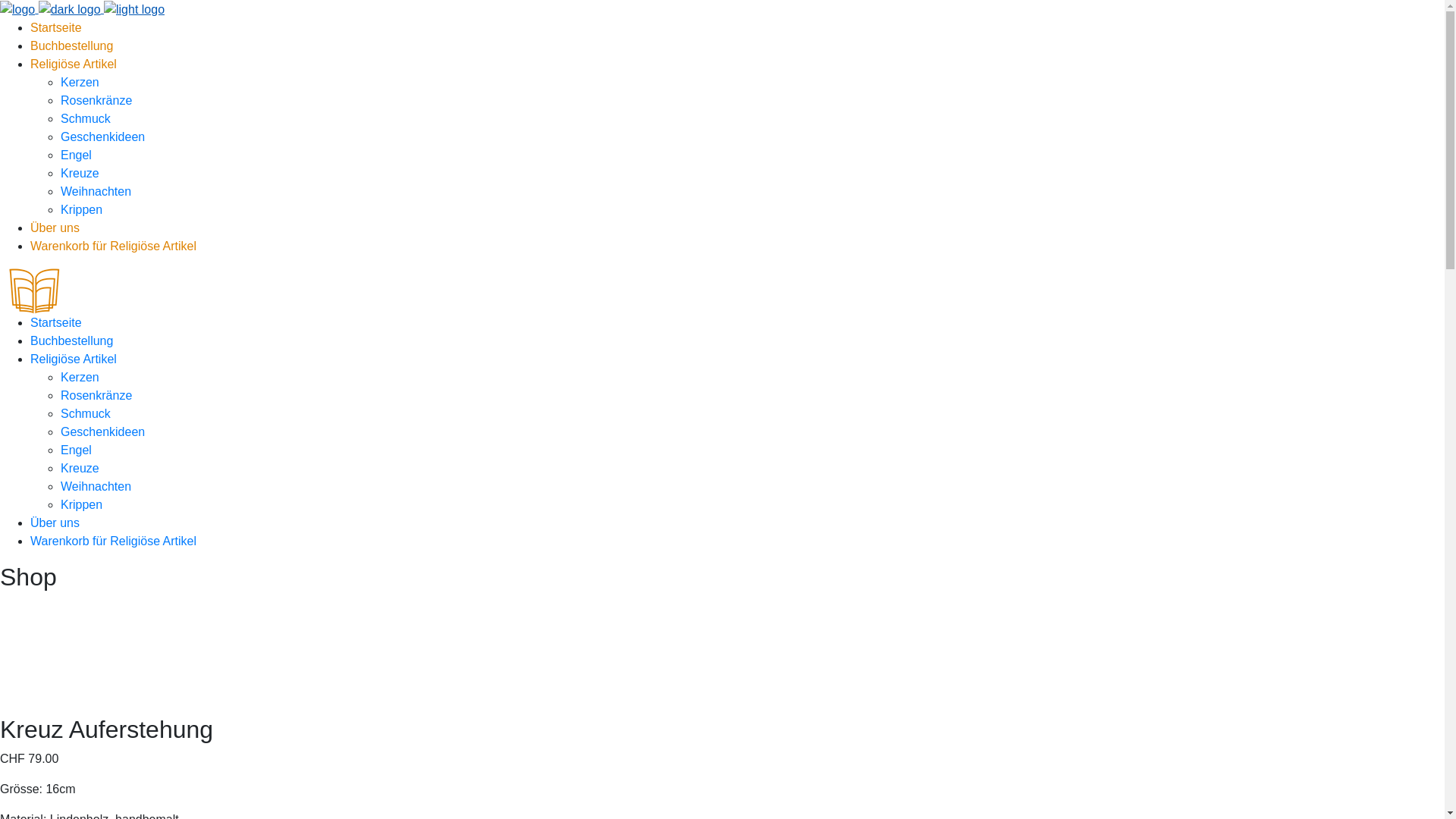  Describe the element at coordinates (80, 209) in the screenshot. I see `'Krippen'` at that location.